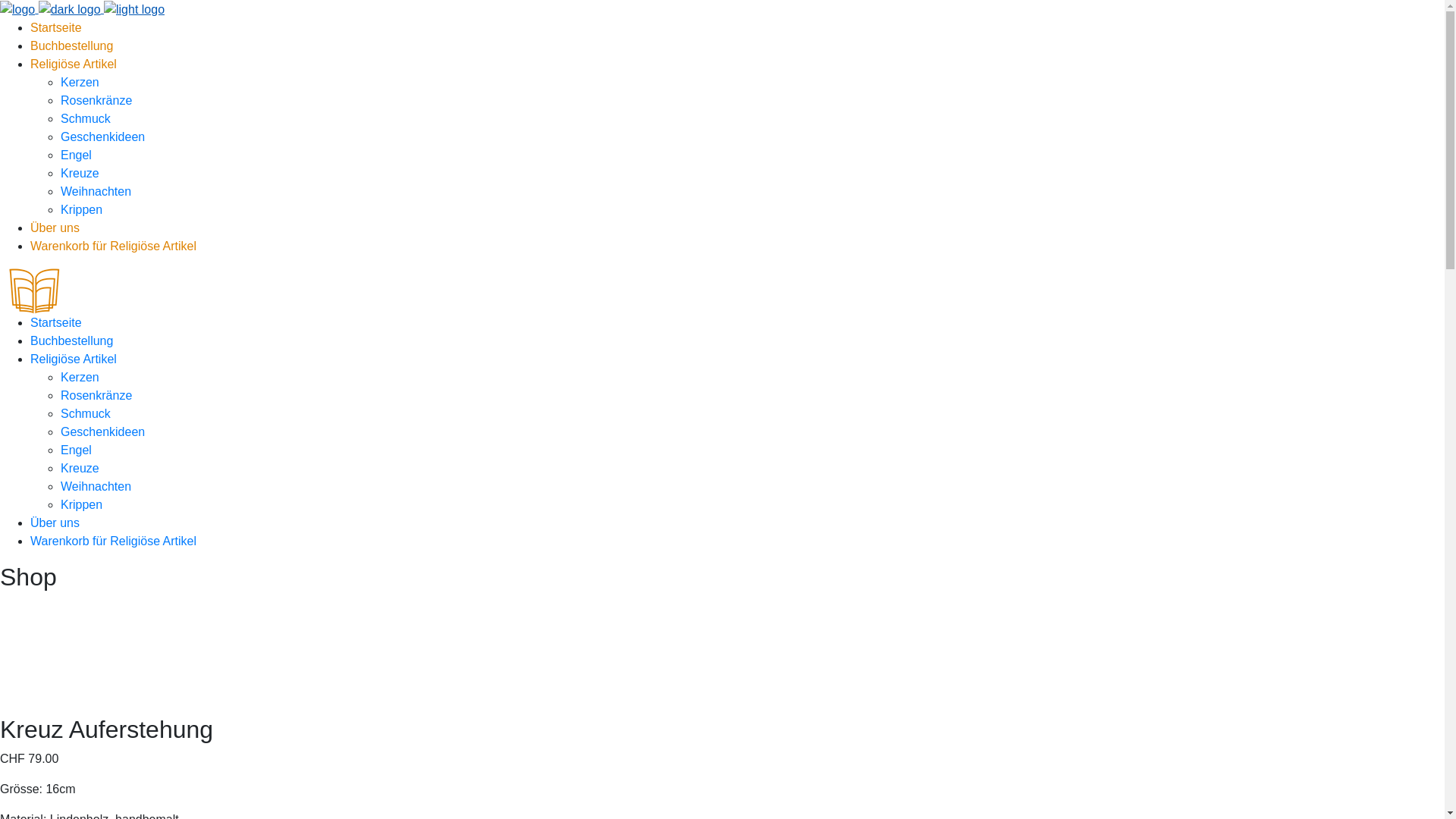  Describe the element at coordinates (80, 209) in the screenshot. I see `'Krippen'` at that location.